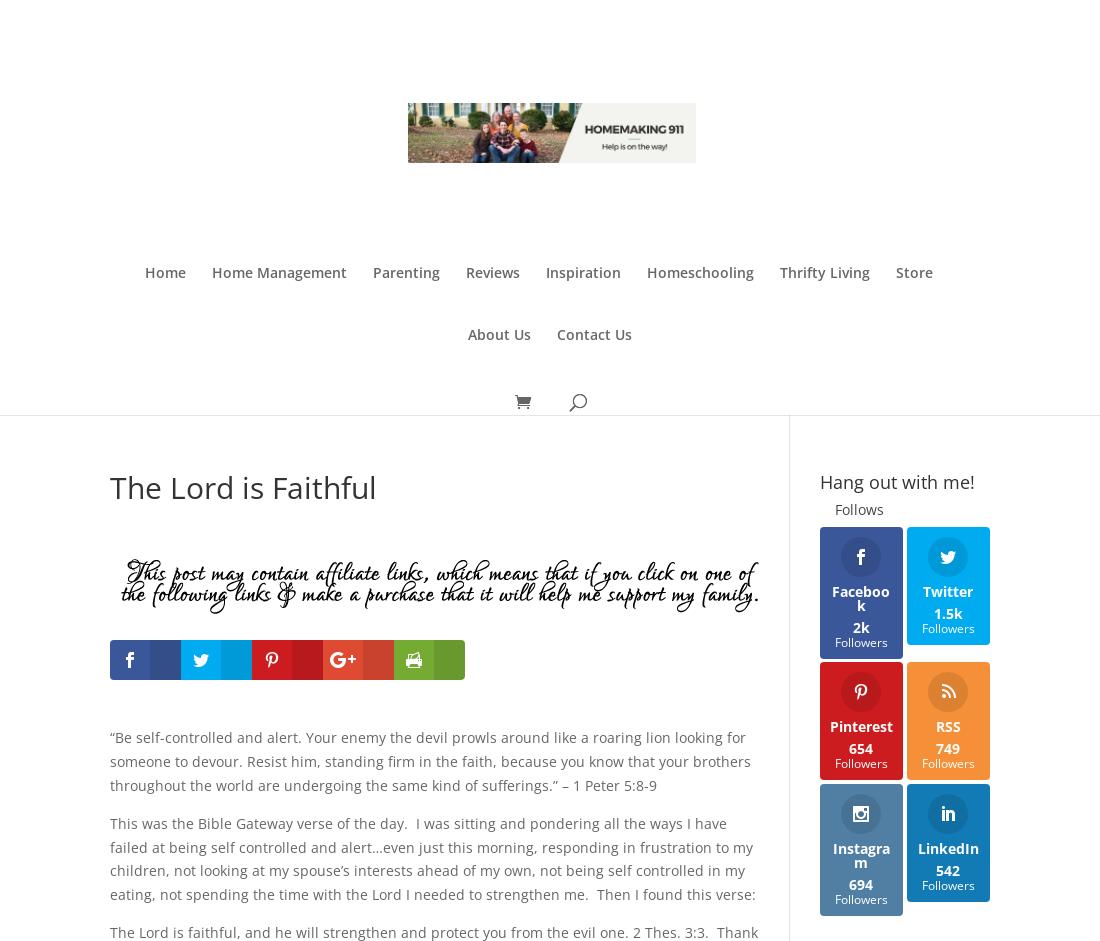 This screenshot has width=1100, height=941. What do you see at coordinates (847, 883) in the screenshot?
I see `'694'` at bounding box center [847, 883].